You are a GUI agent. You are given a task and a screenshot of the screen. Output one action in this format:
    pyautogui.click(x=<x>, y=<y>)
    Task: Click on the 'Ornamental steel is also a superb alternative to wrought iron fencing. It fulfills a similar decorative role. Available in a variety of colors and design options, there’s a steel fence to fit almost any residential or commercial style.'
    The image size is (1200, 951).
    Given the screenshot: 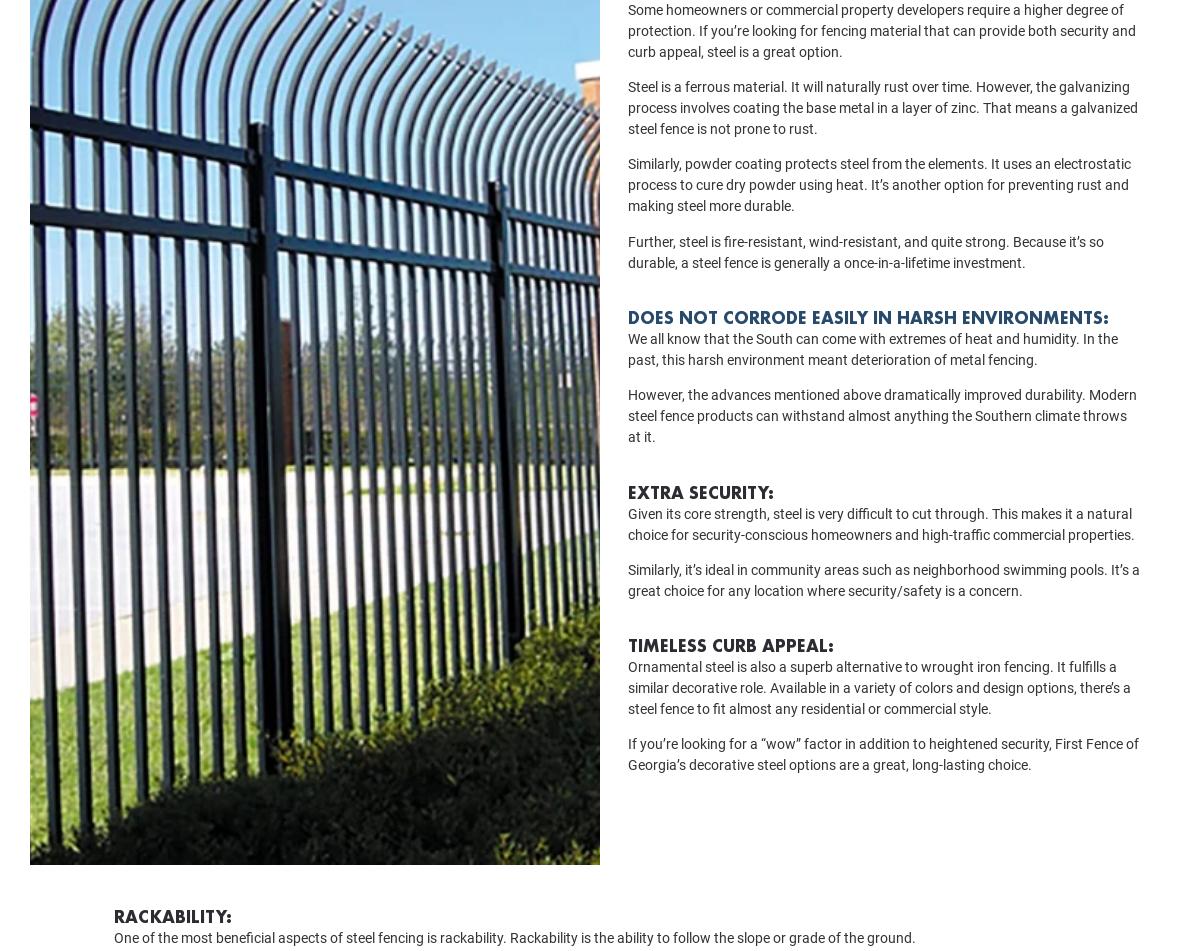 What is the action you would take?
    pyautogui.click(x=878, y=715)
    